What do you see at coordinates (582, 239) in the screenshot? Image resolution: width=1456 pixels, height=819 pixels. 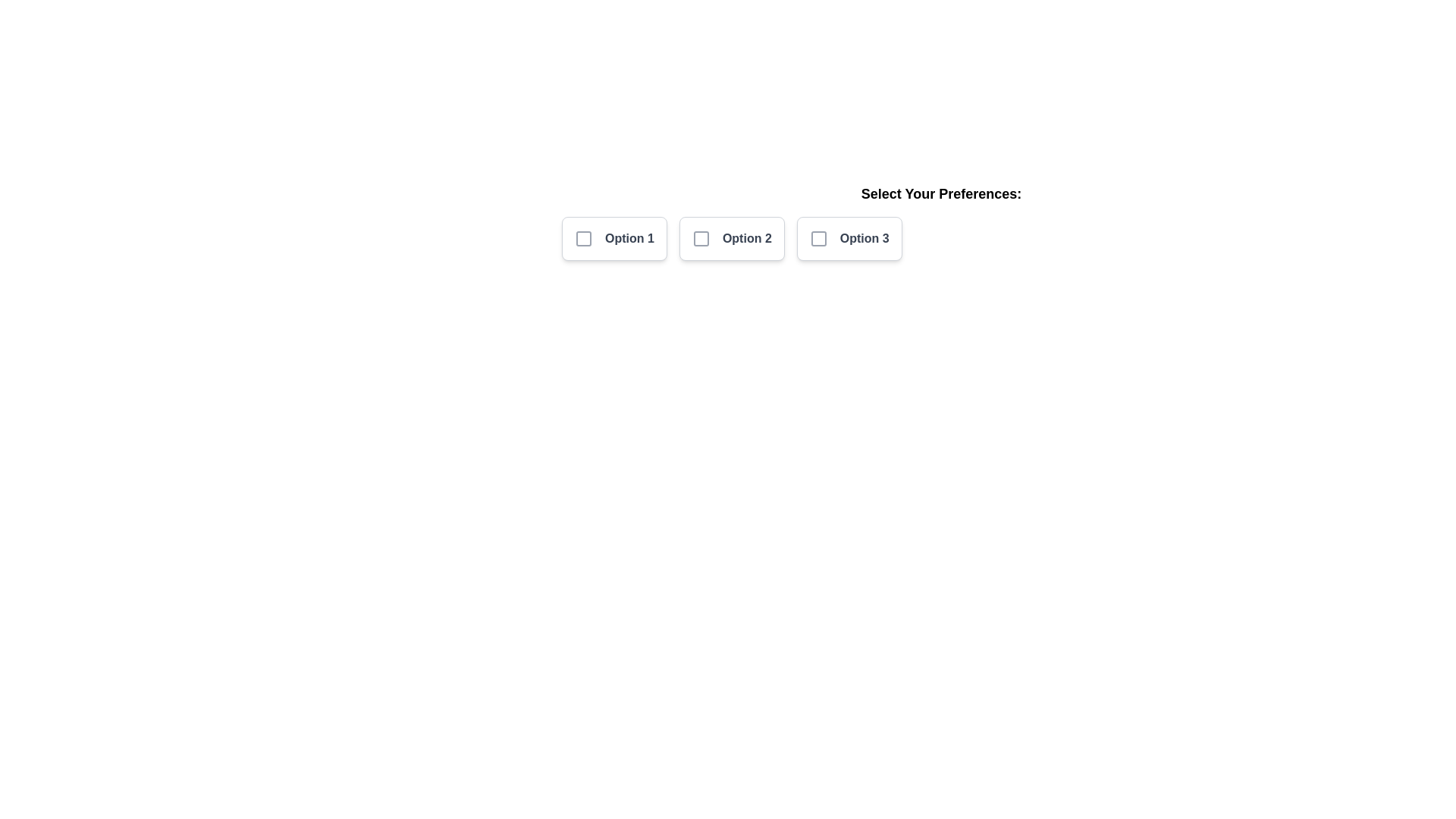 I see `the decorative icon inside the first checkbox labeled 'Option 1' in the selection interface` at bounding box center [582, 239].